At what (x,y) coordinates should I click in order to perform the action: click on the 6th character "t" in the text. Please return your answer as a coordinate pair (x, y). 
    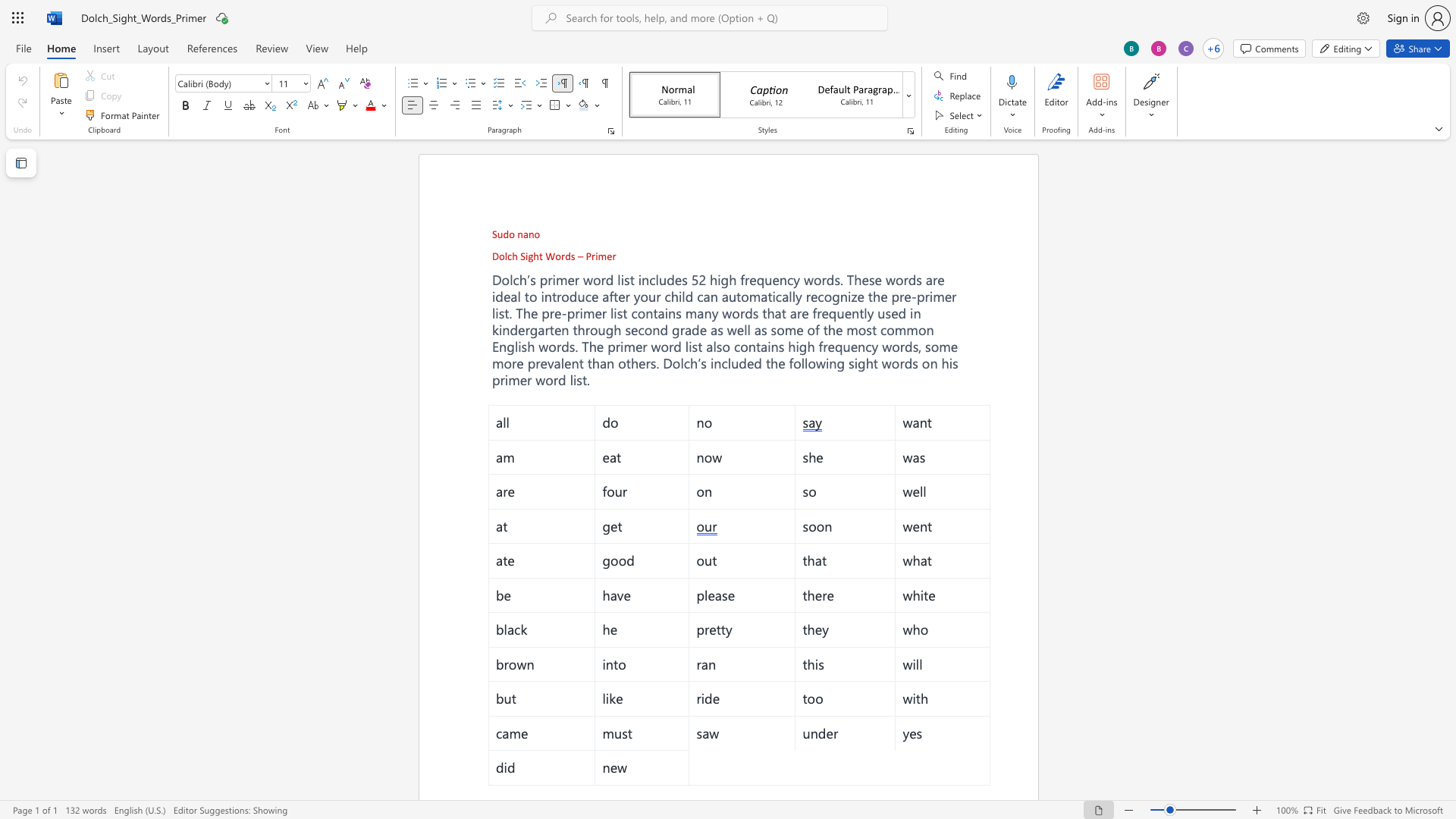
    Looking at the image, I should click on (584, 379).